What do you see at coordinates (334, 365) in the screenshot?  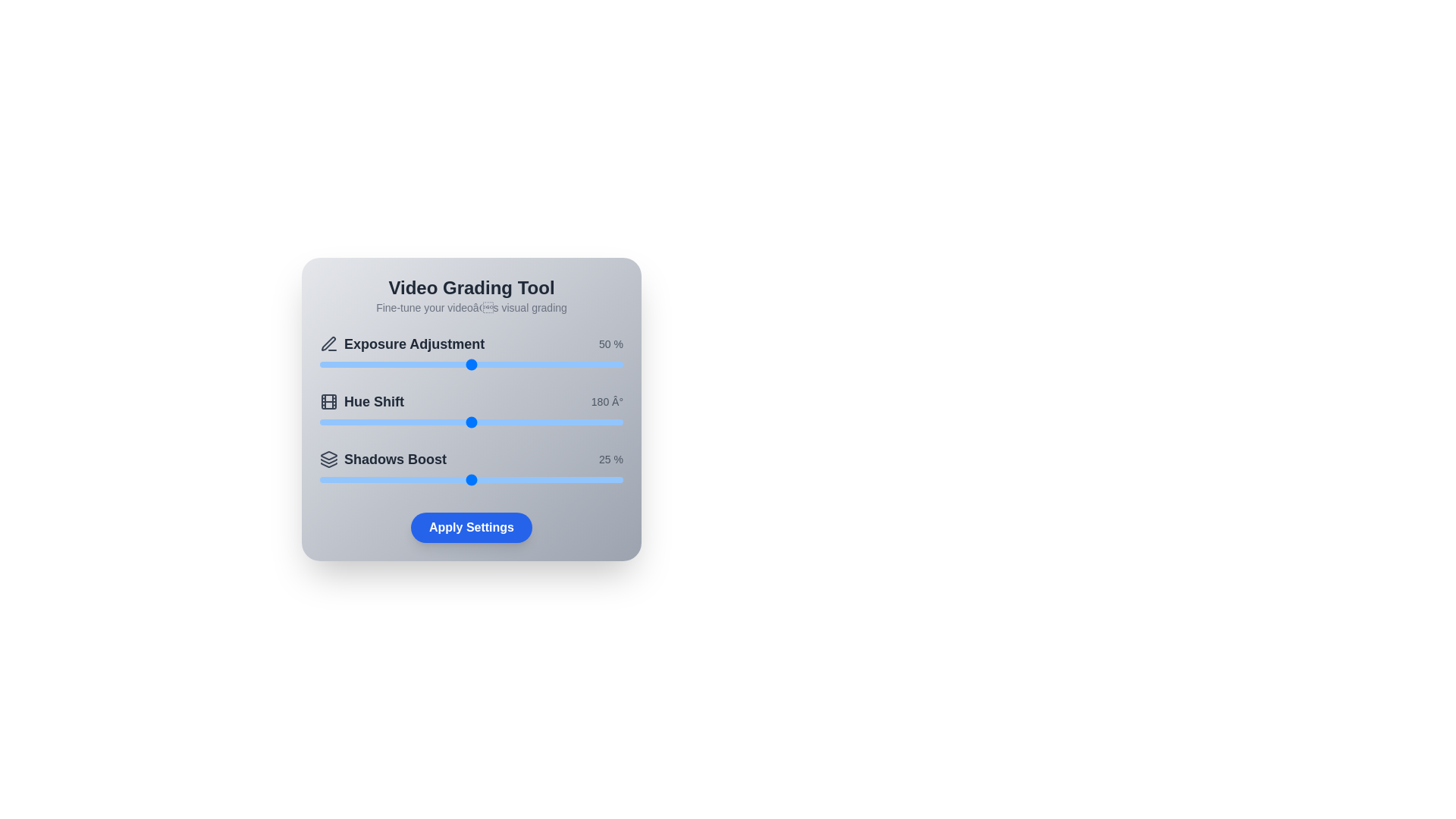 I see `the exposure adjustment` at bounding box center [334, 365].